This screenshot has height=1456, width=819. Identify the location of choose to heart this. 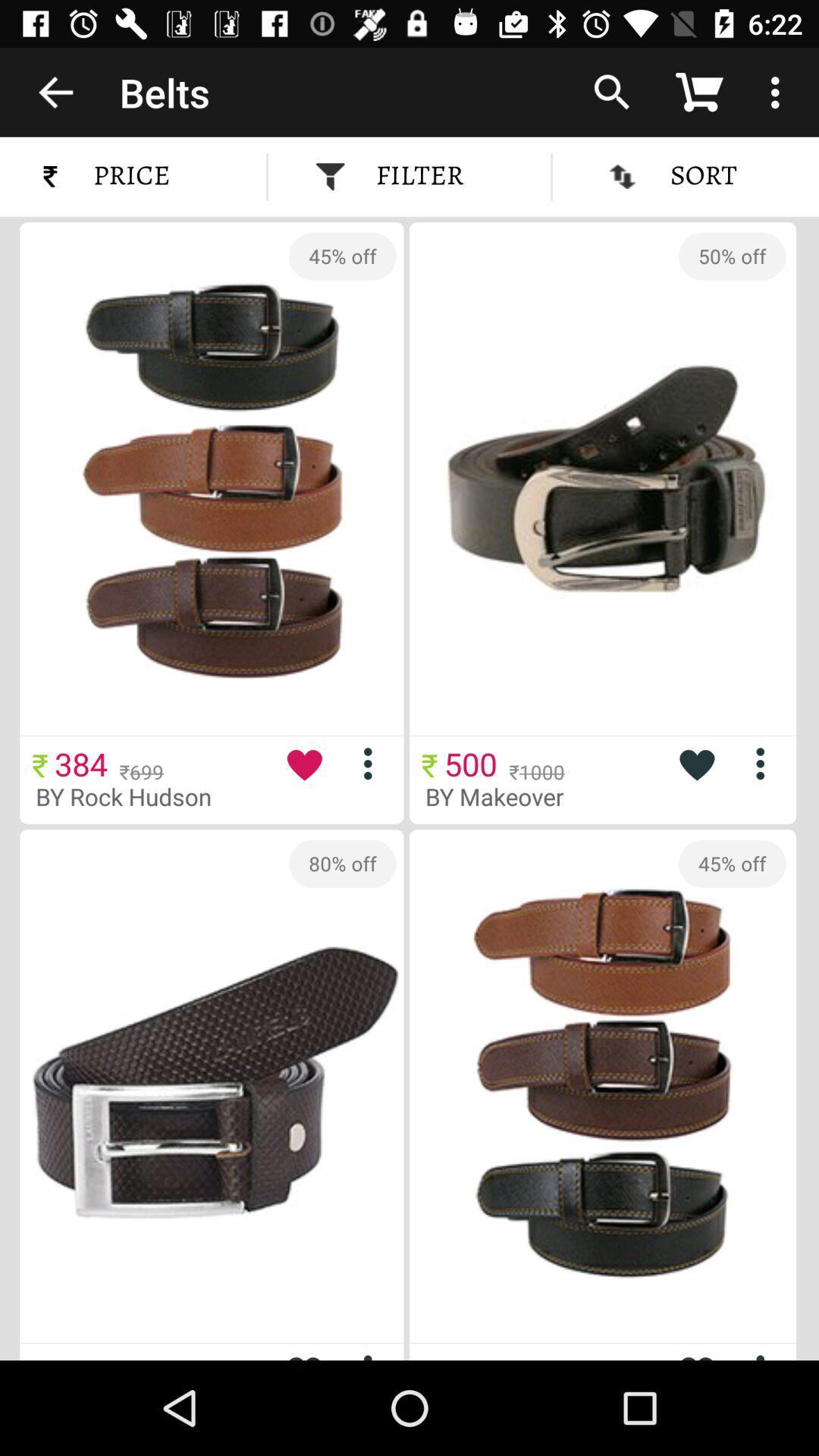
(696, 1351).